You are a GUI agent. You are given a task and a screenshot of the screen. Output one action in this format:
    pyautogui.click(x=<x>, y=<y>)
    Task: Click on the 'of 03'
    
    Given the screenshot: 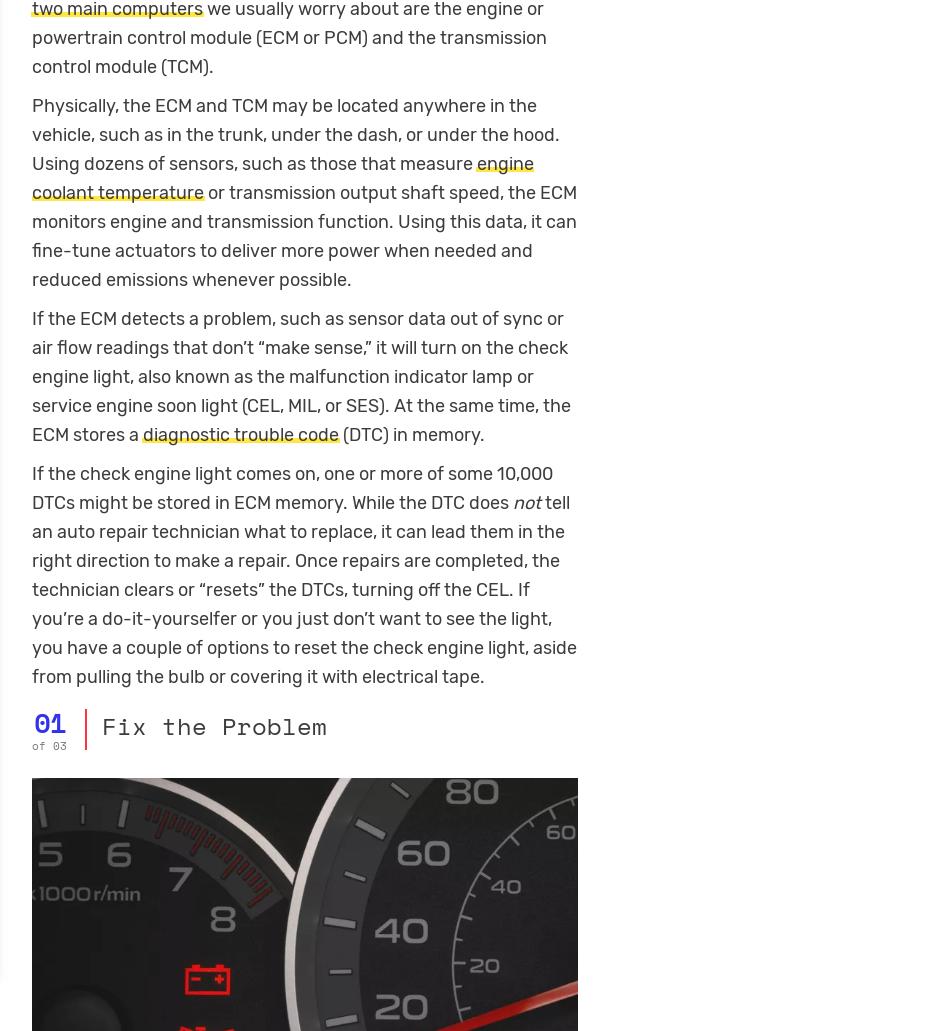 What is the action you would take?
    pyautogui.click(x=49, y=744)
    